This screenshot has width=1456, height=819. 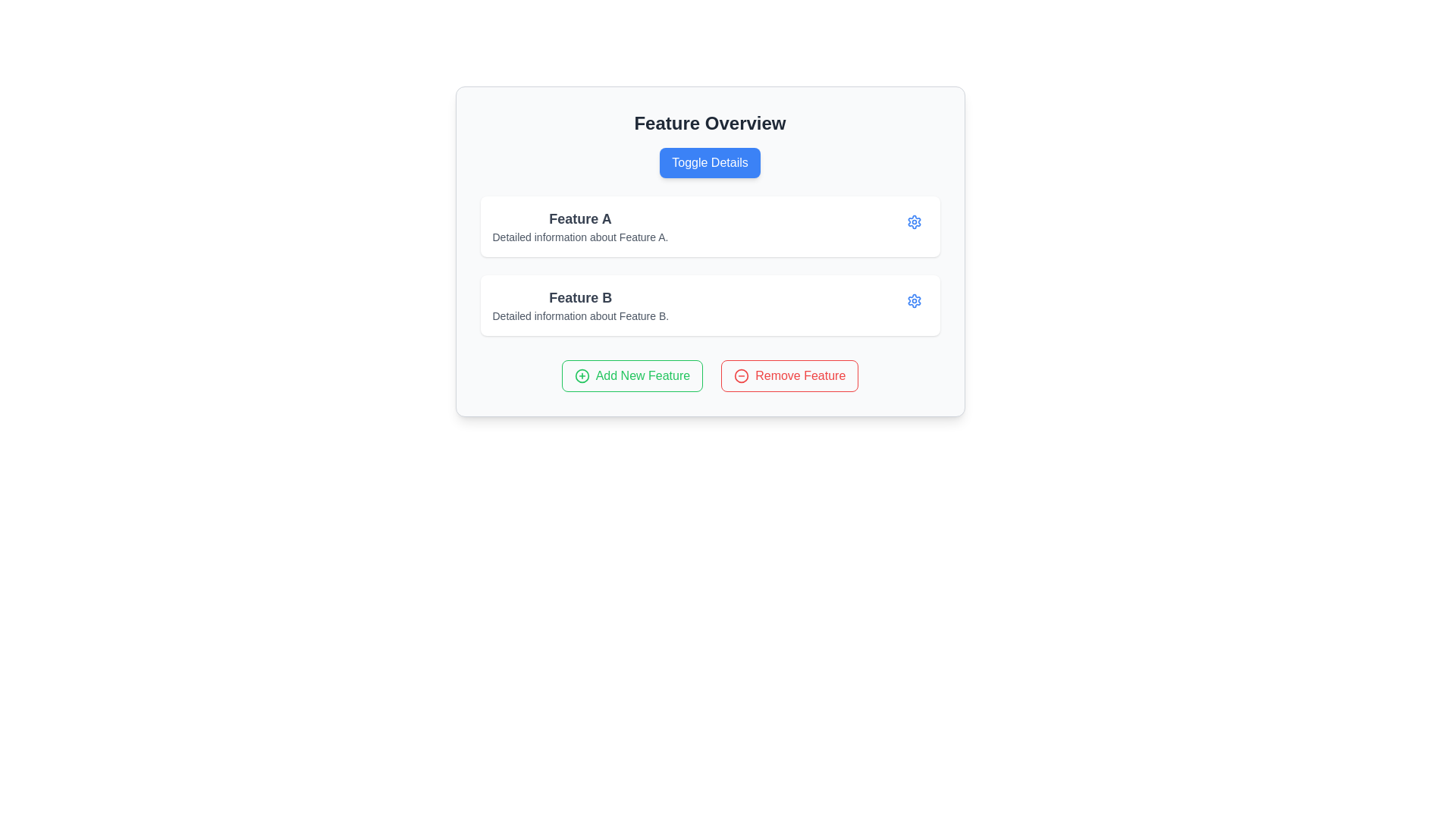 I want to click on the 'Add New Feature' icon, which is represented by an SVG circle with a '+' symbol, located at the center of the green-bordered button at the bottom left of the displayed area, so click(x=581, y=375).